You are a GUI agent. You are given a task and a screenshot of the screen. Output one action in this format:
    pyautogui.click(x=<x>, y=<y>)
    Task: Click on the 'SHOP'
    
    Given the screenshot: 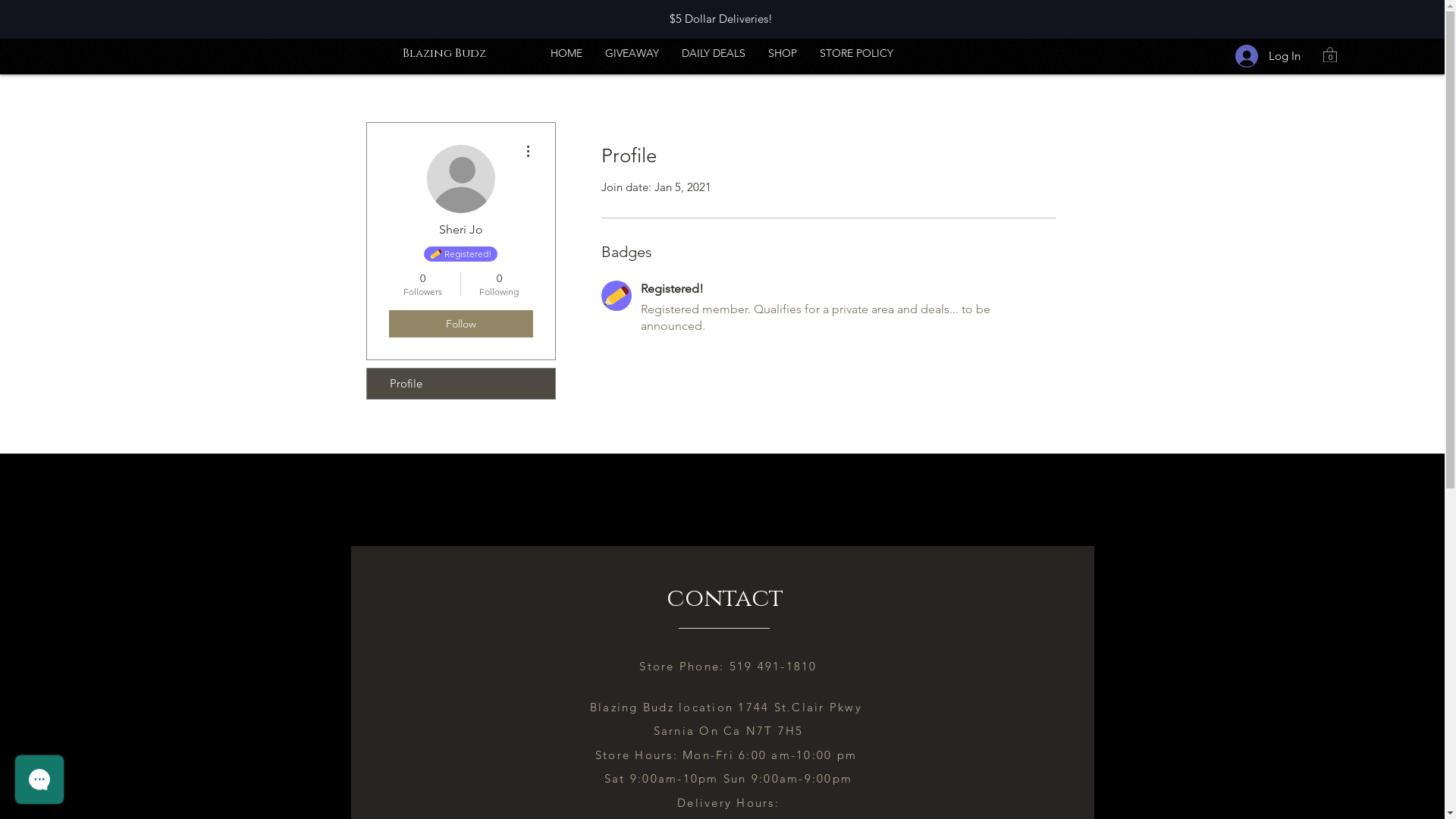 What is the action you would take?
    pyautogui.click(x=783, y=52)
    